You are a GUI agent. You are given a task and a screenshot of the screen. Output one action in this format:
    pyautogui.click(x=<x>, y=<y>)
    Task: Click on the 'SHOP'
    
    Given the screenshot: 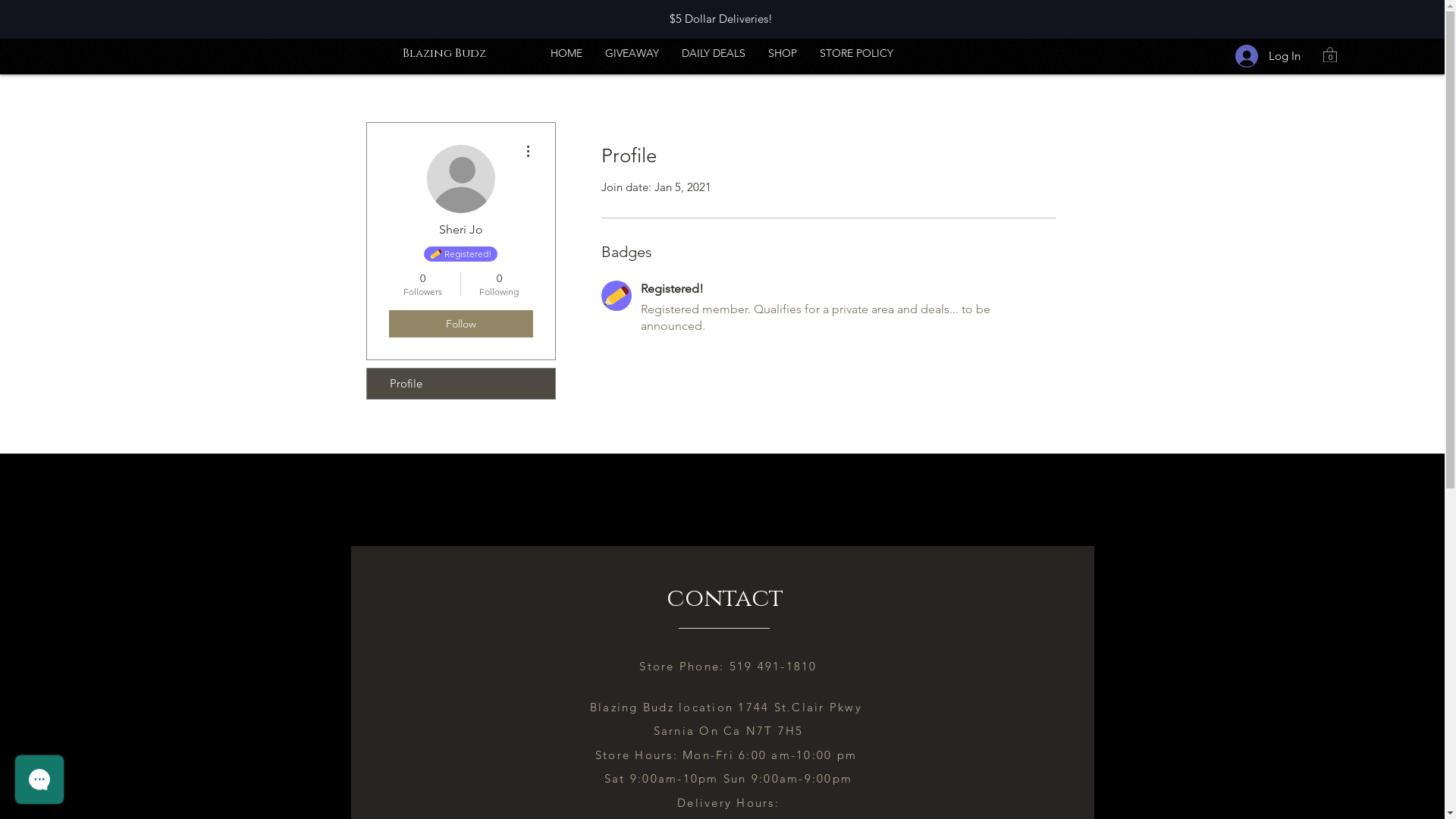 What is the action you would take?
    pyautogui.click(x=783, y=52)
    